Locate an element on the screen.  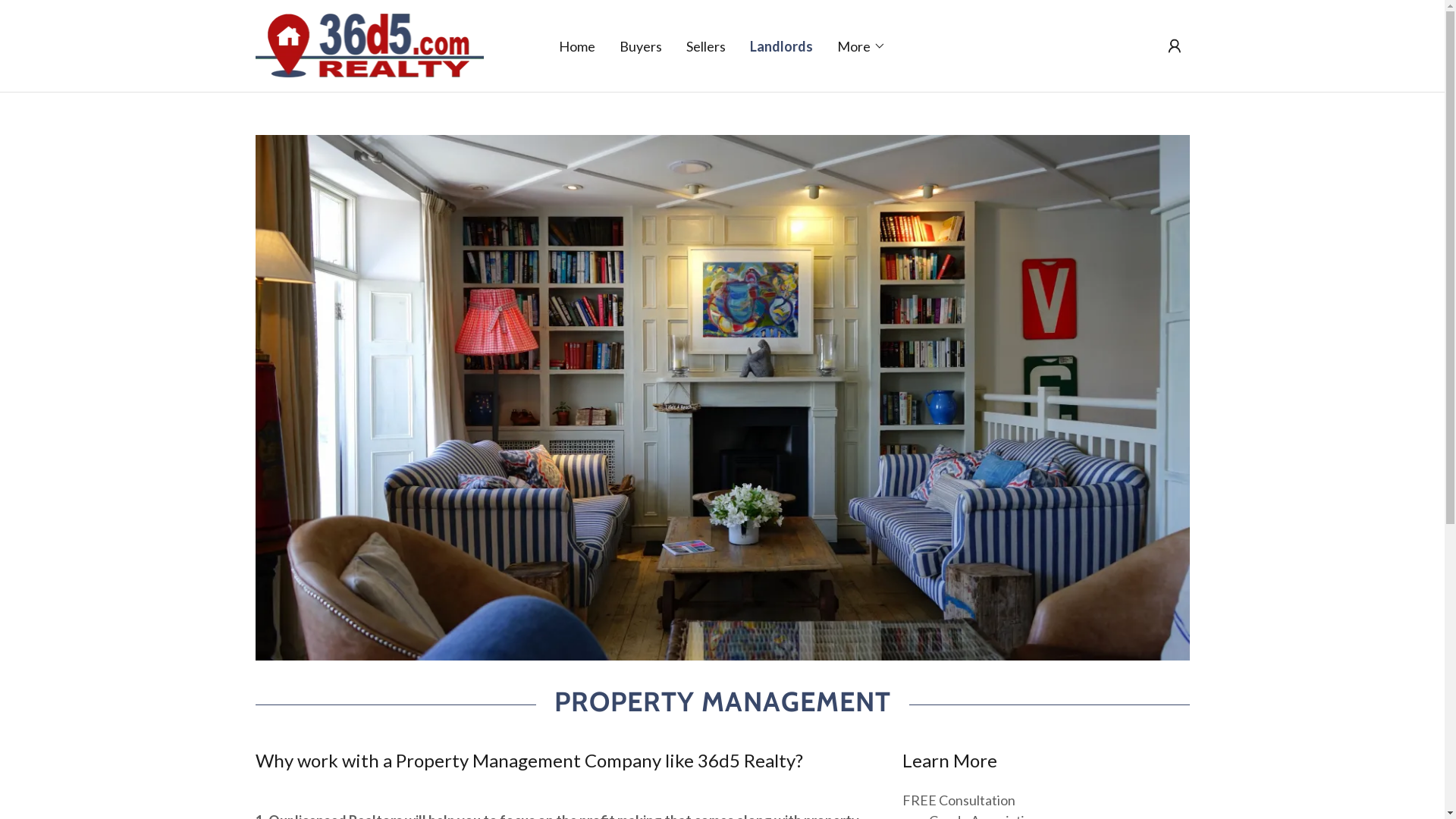
'More' is located at coordinates (861, 45).